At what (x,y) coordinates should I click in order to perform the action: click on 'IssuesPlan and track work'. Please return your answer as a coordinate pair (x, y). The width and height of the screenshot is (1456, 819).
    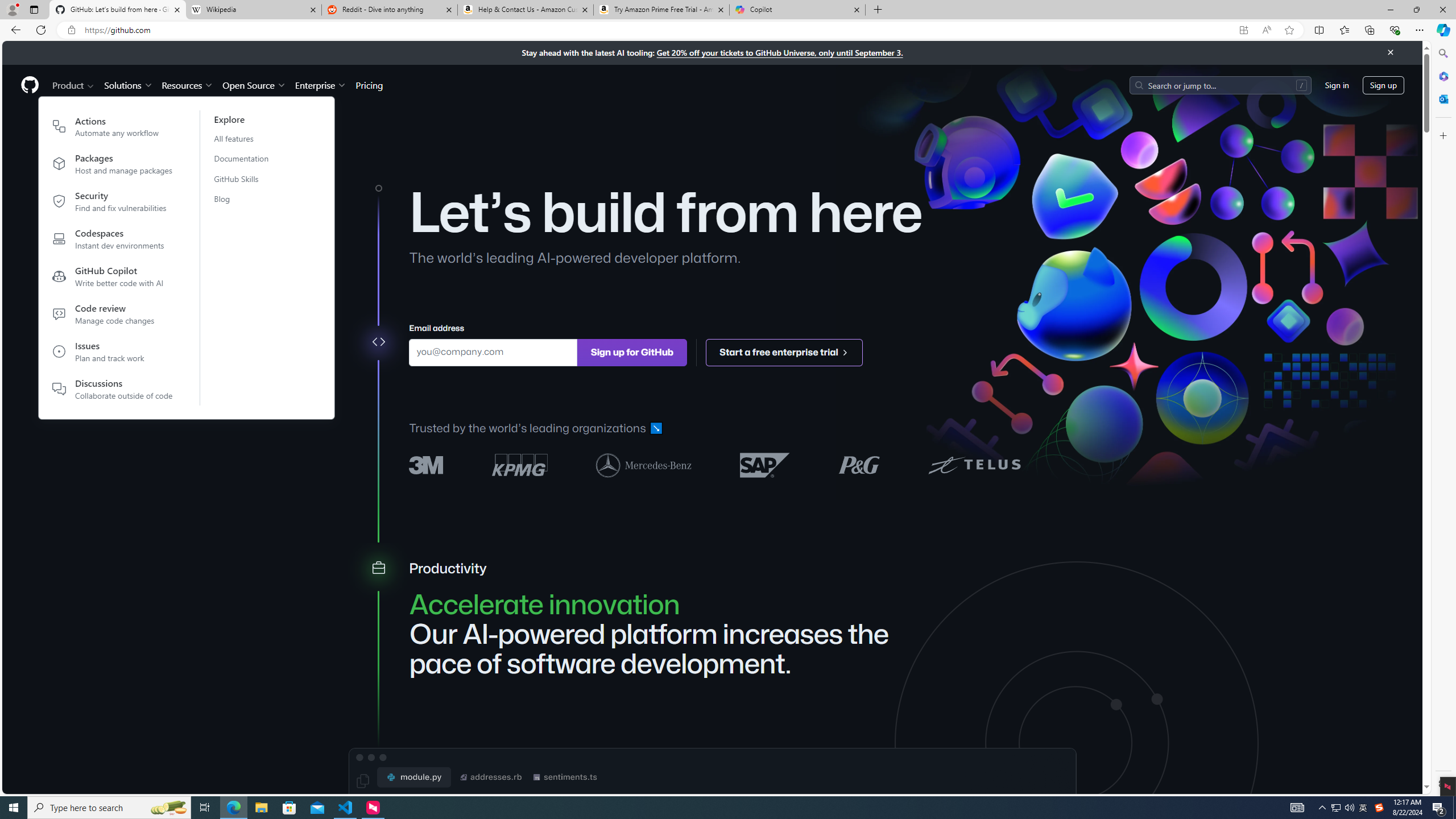
    Looking at the image, I should click on (112, 353).